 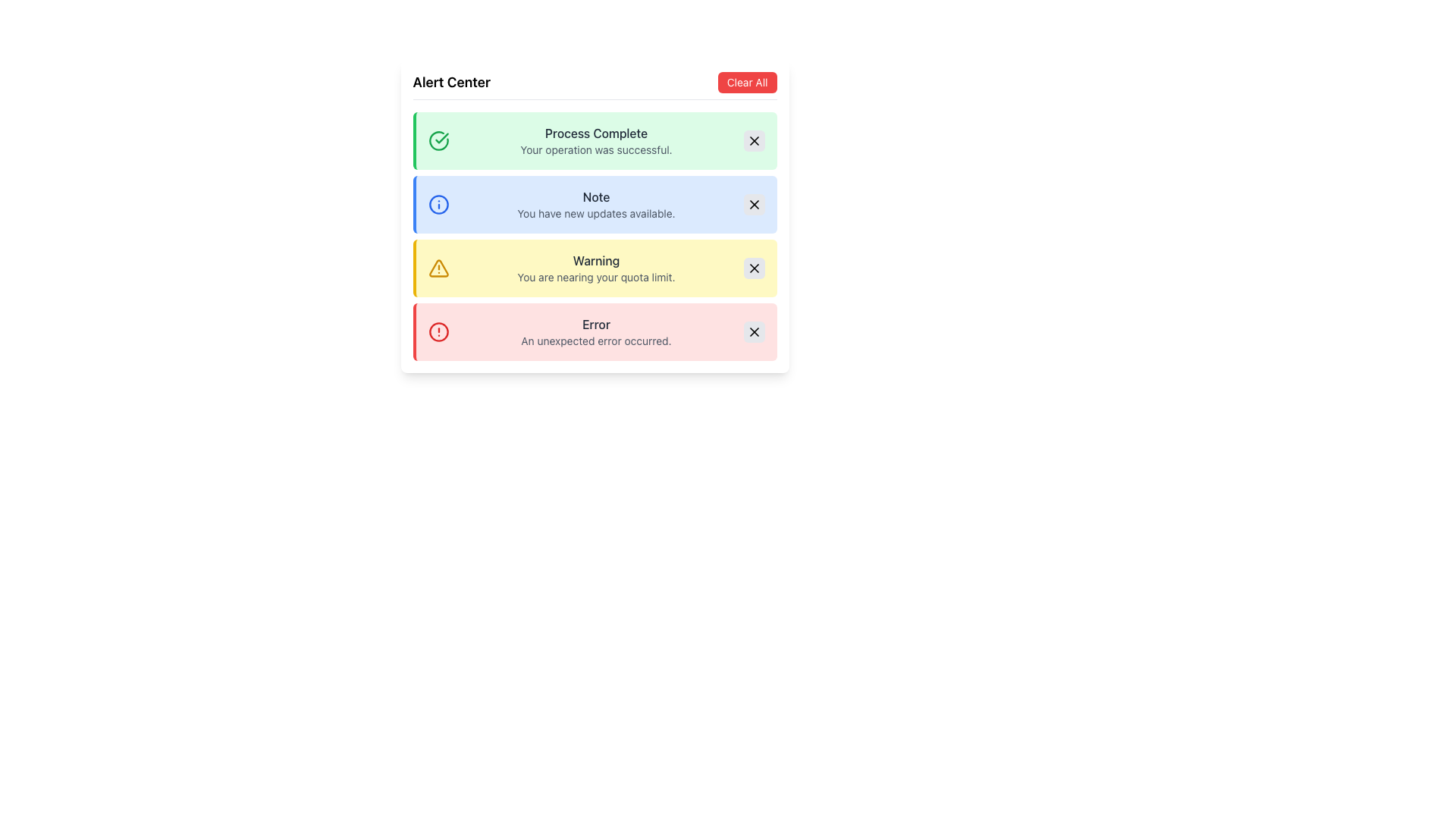 What do you see at coordinates (754, 331) in the screenshot?
I see `the close button in the top-right corner of the error alert to observe its hover effects` at bounding box center [754, 331].